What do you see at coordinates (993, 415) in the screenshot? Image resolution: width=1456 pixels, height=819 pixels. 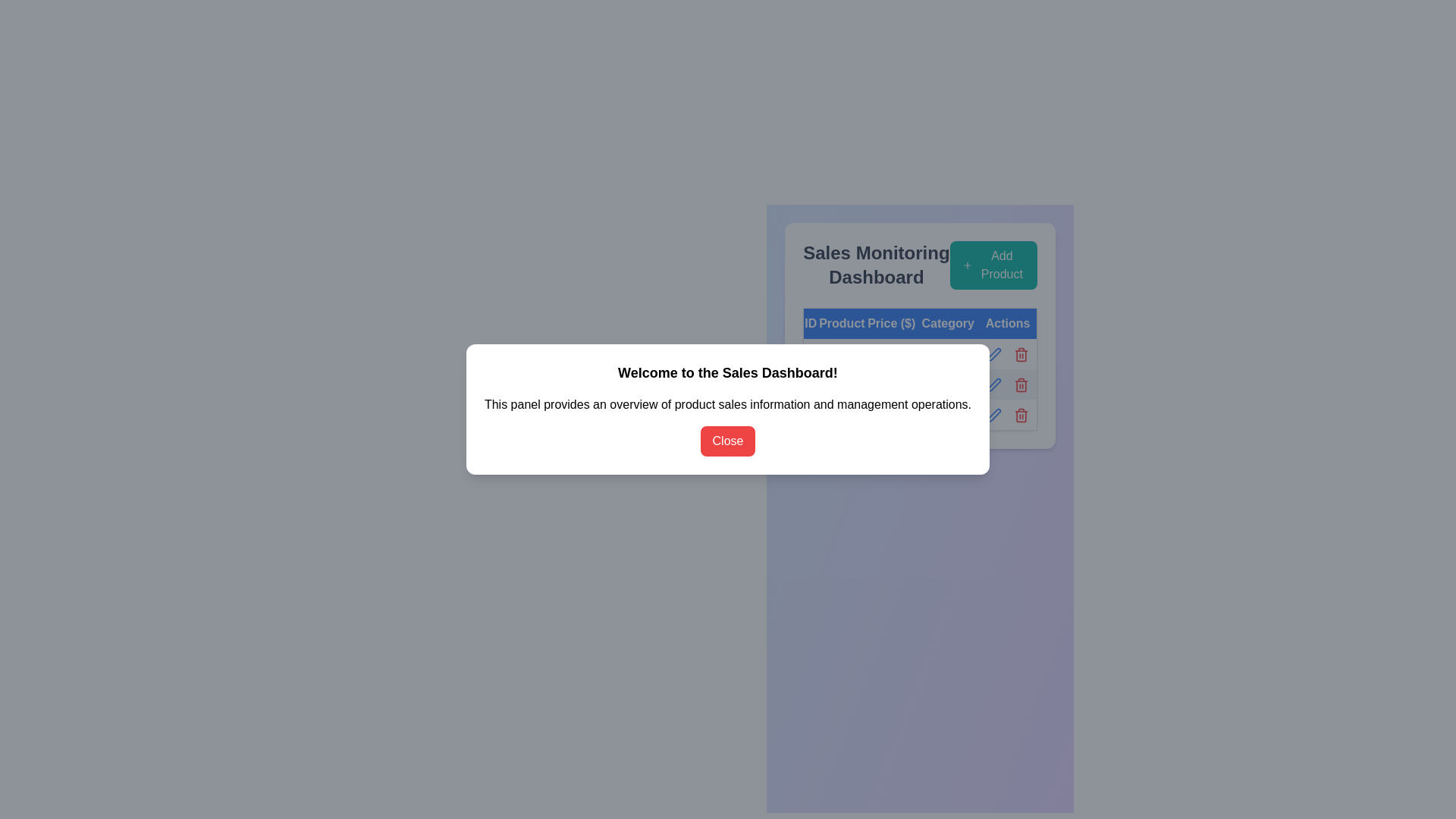 I see `the edit icon in the Actions column of the table` at bounding box center [993, 415].